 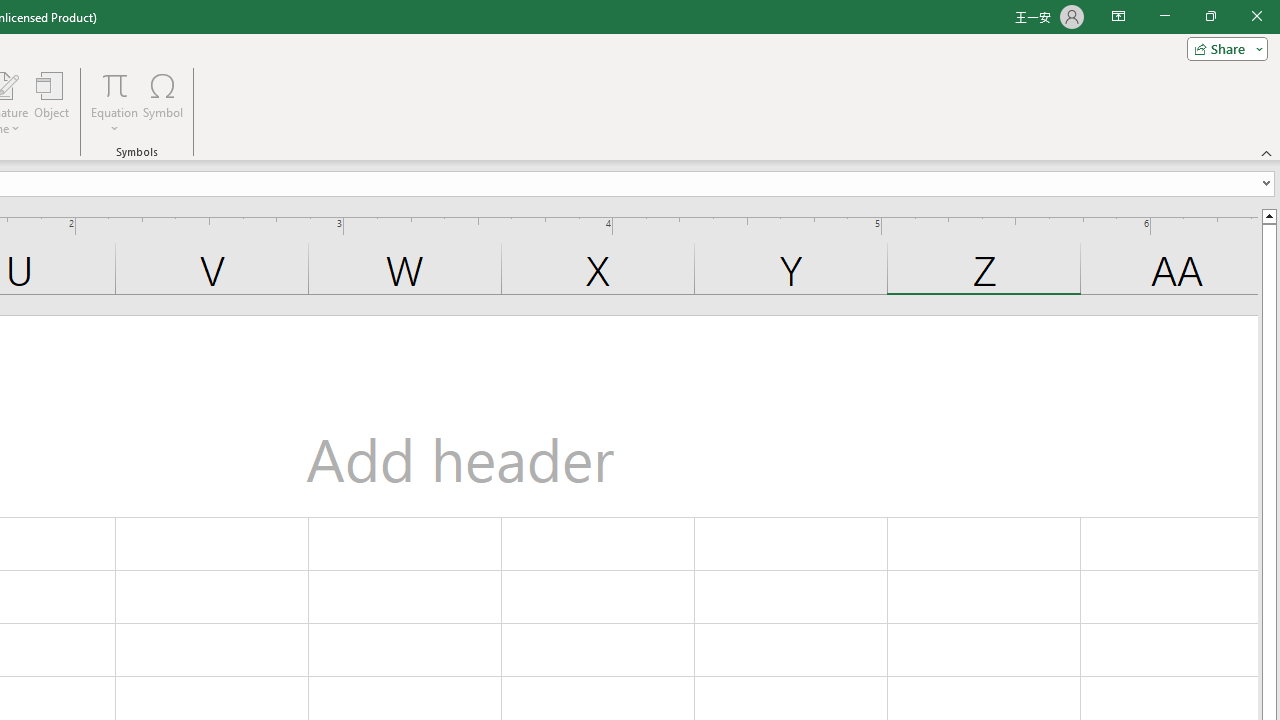 I want to click on 'Equation', so click(x=114, y=84).